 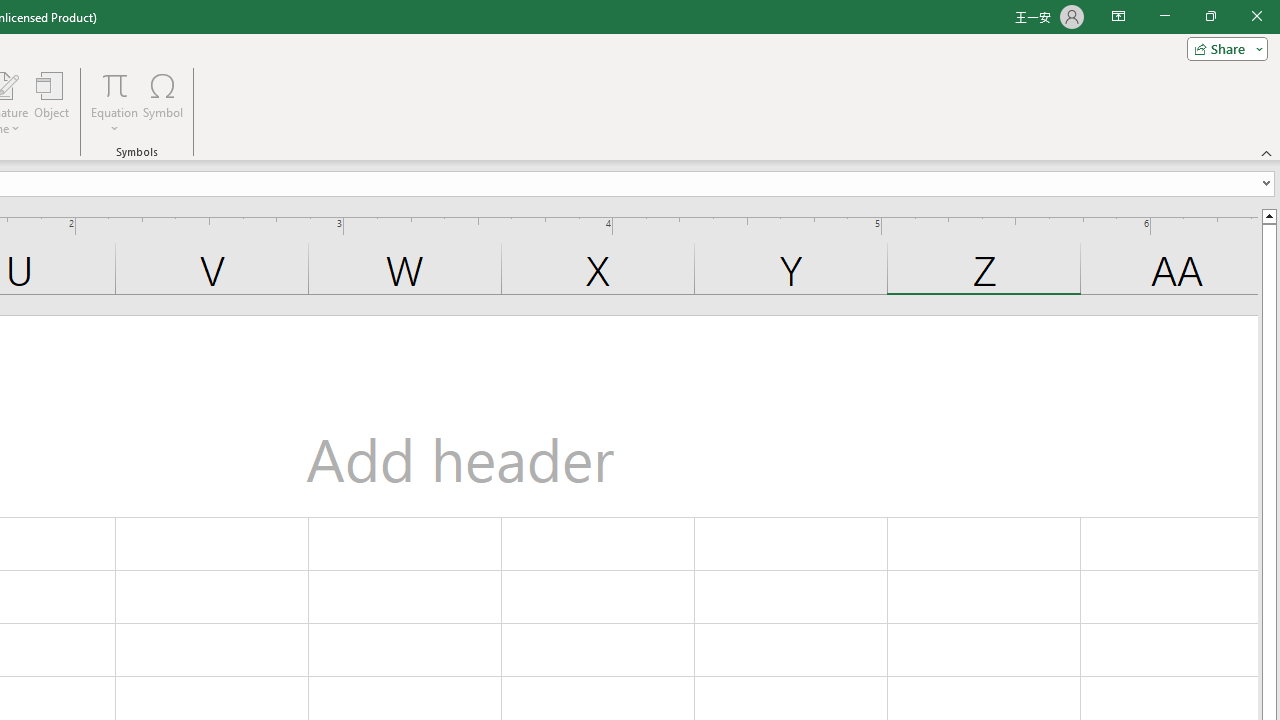 I want to click on 'Equation', so click(x=114, y=84).